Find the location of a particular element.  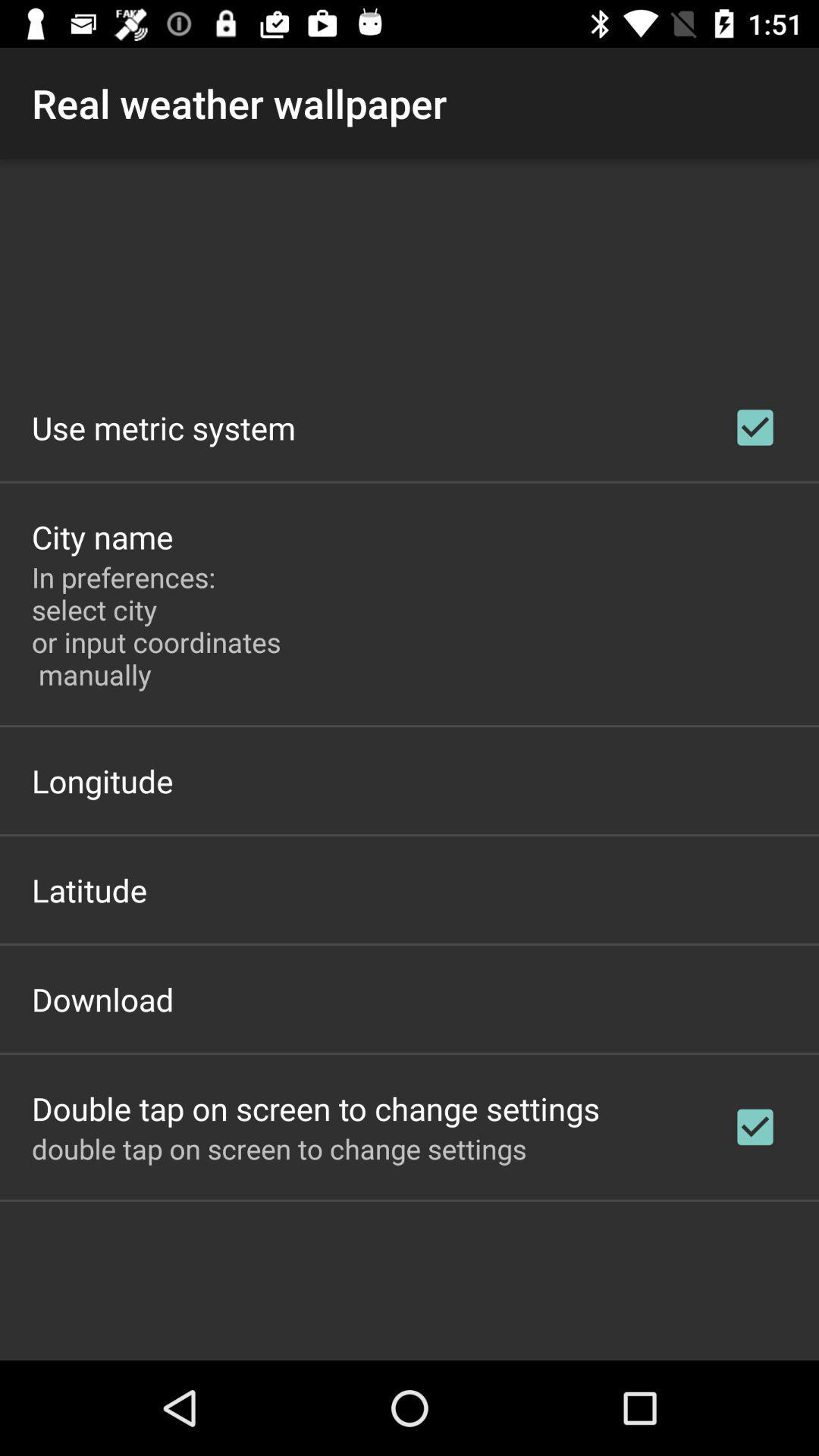

the latitude icon is located at coordinates (89, 890).